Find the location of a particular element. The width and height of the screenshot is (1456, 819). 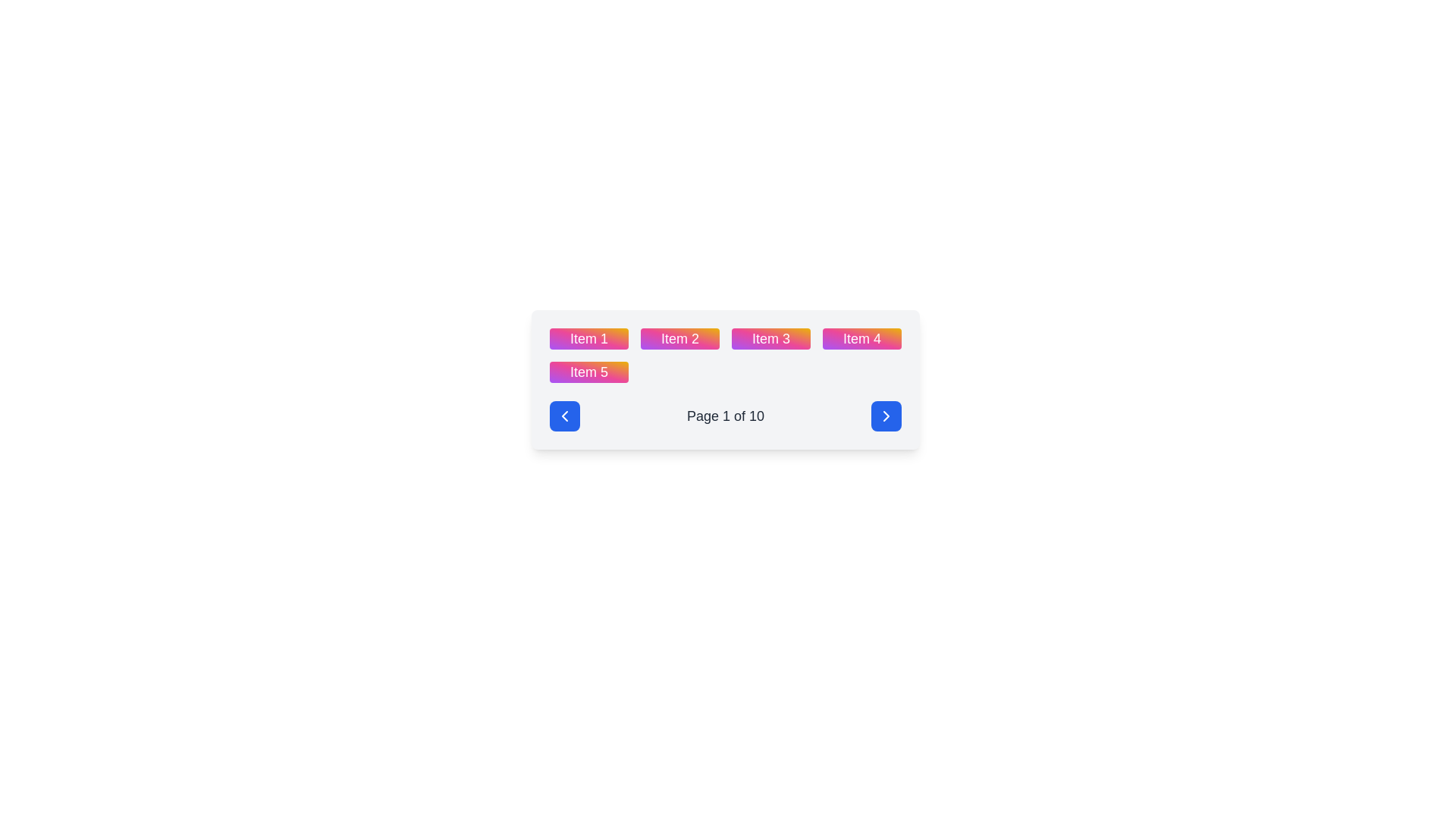

the blue square button with rounded corners and a white left-facing chevron icon to go to the previous page is located at coordinates (563, 416).